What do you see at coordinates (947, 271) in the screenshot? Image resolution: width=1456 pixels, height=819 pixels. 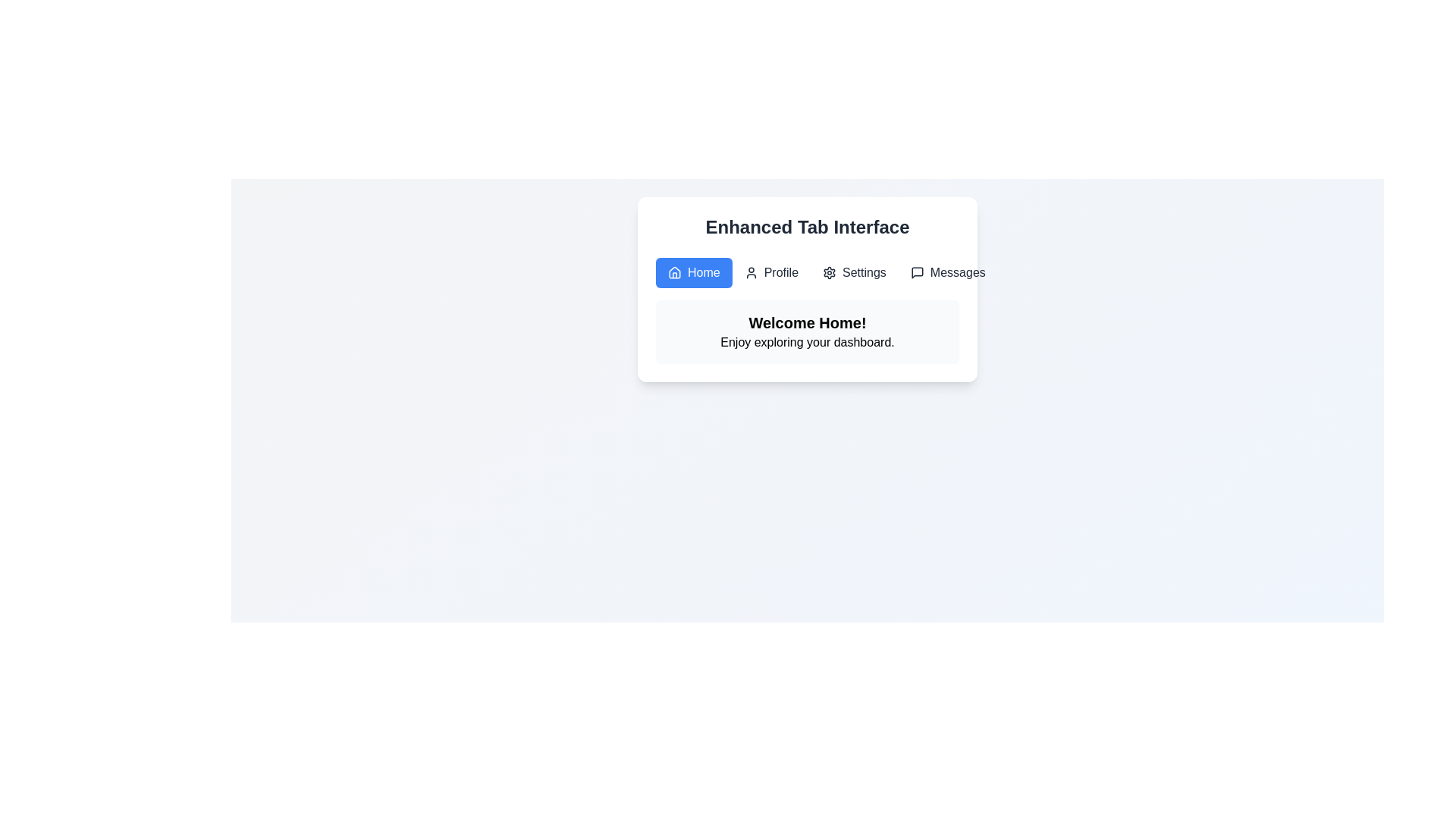 I see `the 'Messages' button located in the top center navigation bar, which is the fourth item from the left` at bounding box center [947, 271].